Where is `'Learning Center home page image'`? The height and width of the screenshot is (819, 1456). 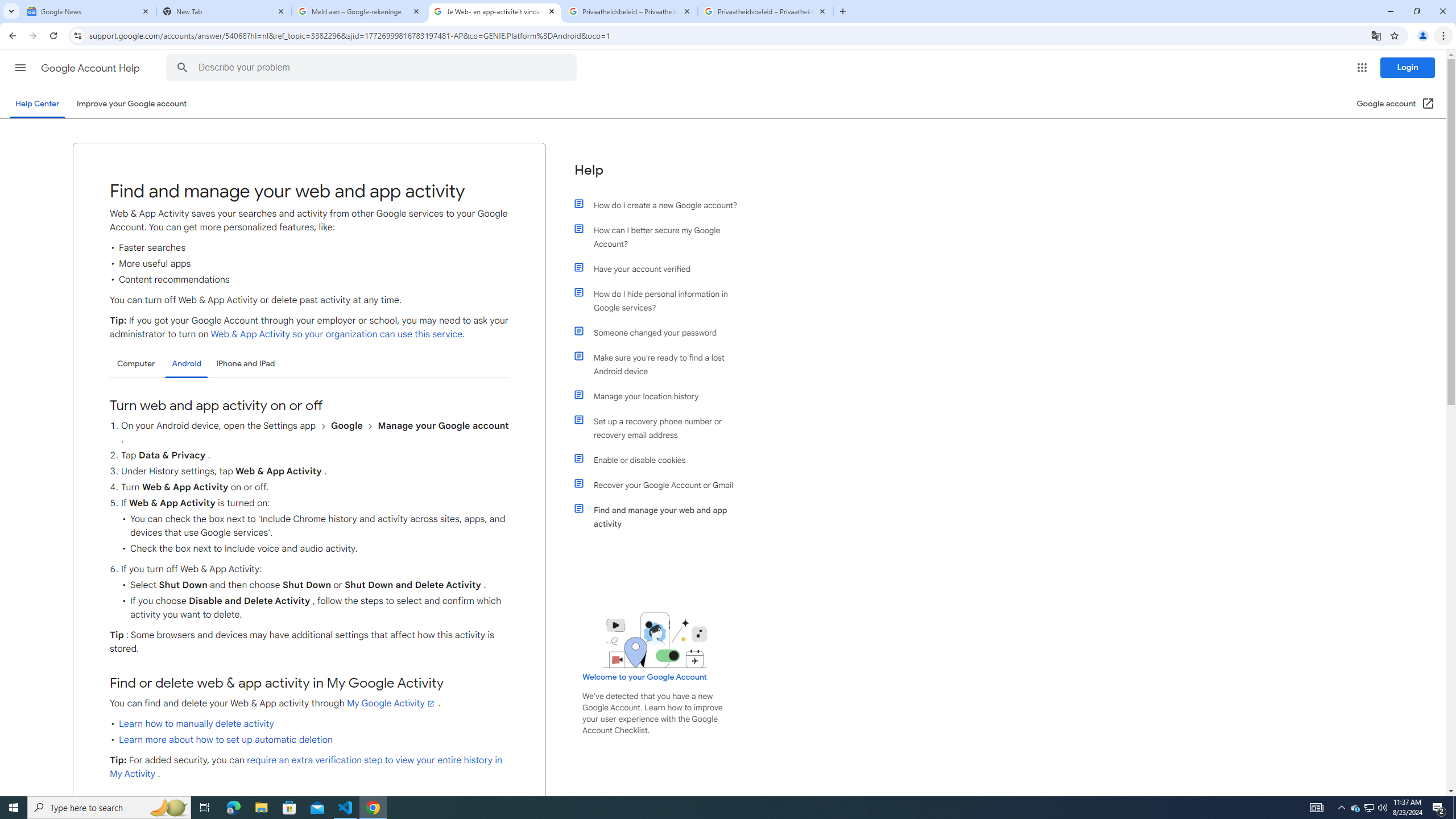
'Learning Center home page image' is located at coordinates (655, 640).